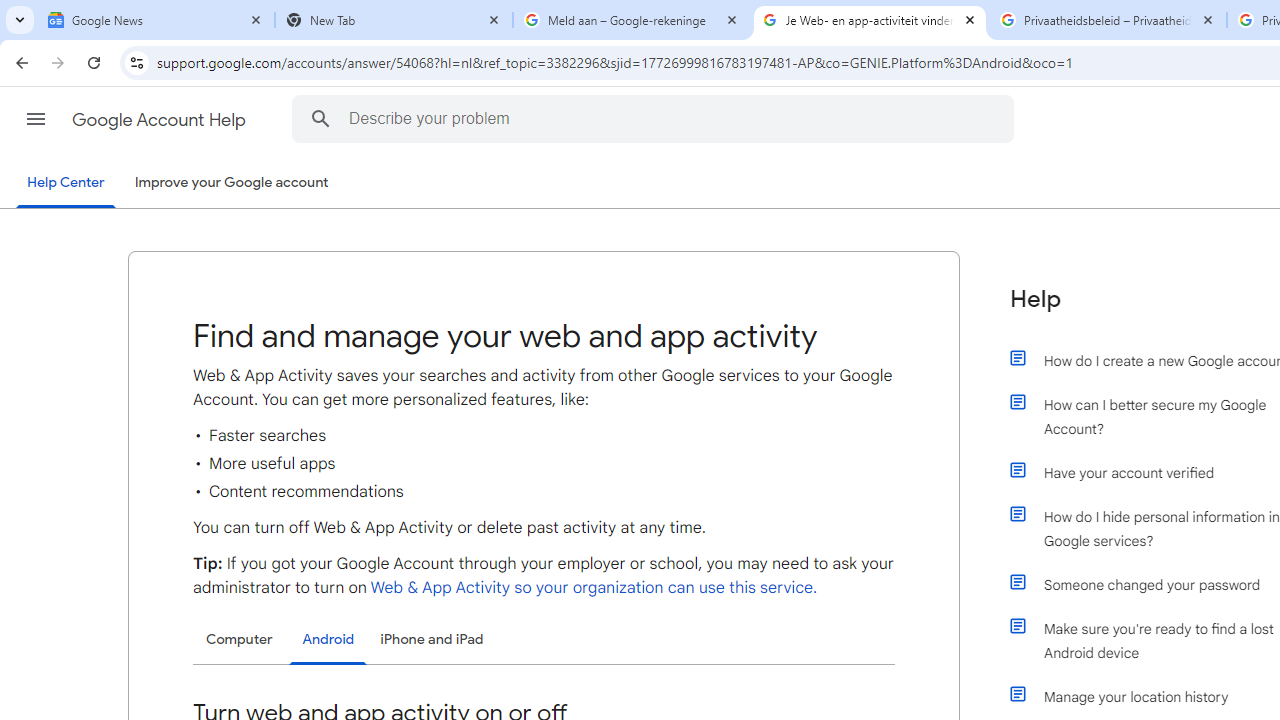  What do you see at coordinates (135, 61) in the screenshot?
I see `'View site information'` at bounding box center [135, 61].